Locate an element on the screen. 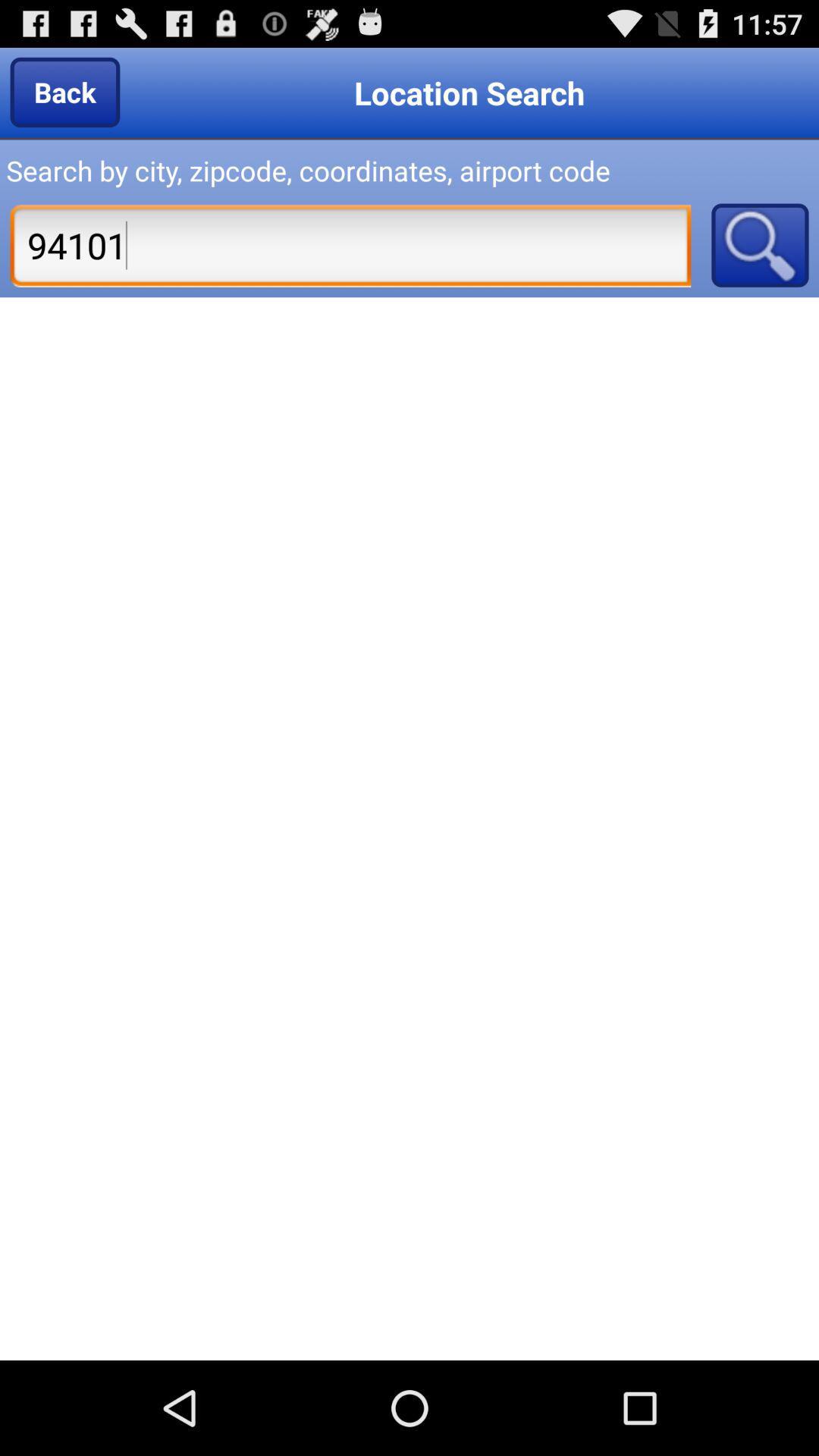 The width and height of the screenshot is (819, 1456). the item at the center is located at coordinates (409, 828).